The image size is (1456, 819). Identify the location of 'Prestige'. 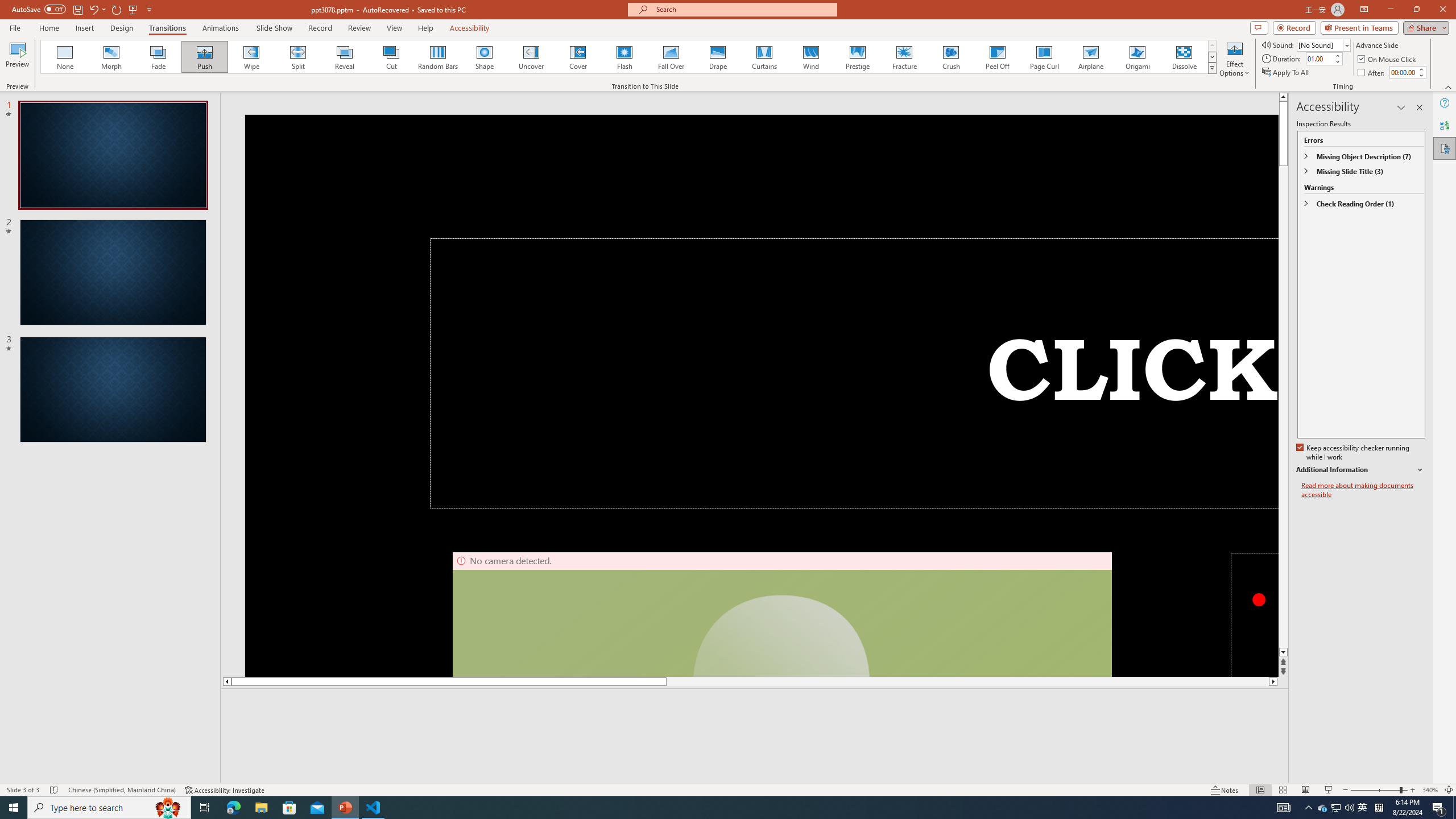
(857, 56).